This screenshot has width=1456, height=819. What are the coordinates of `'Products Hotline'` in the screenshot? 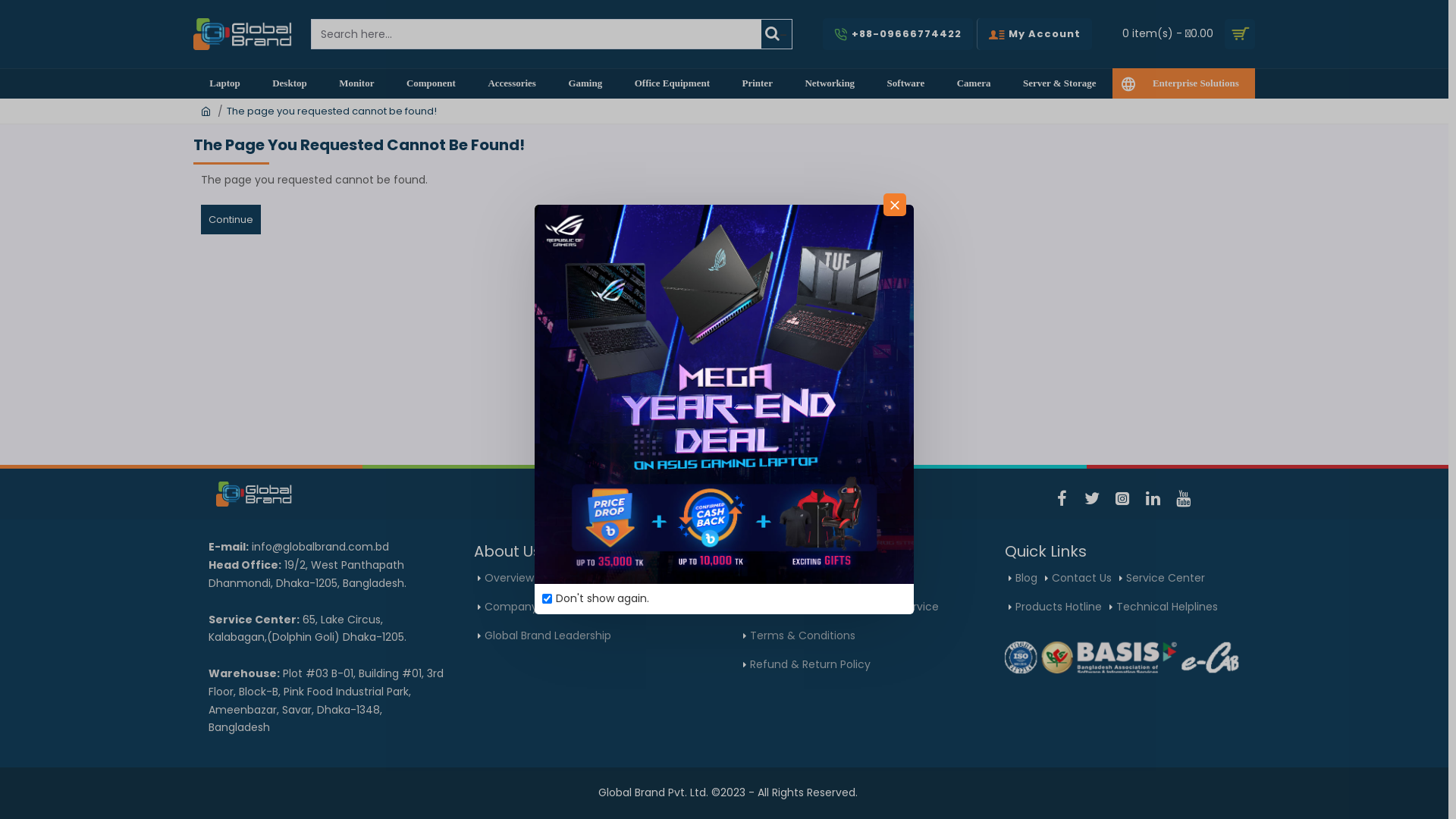 It's located at (1008, 607).